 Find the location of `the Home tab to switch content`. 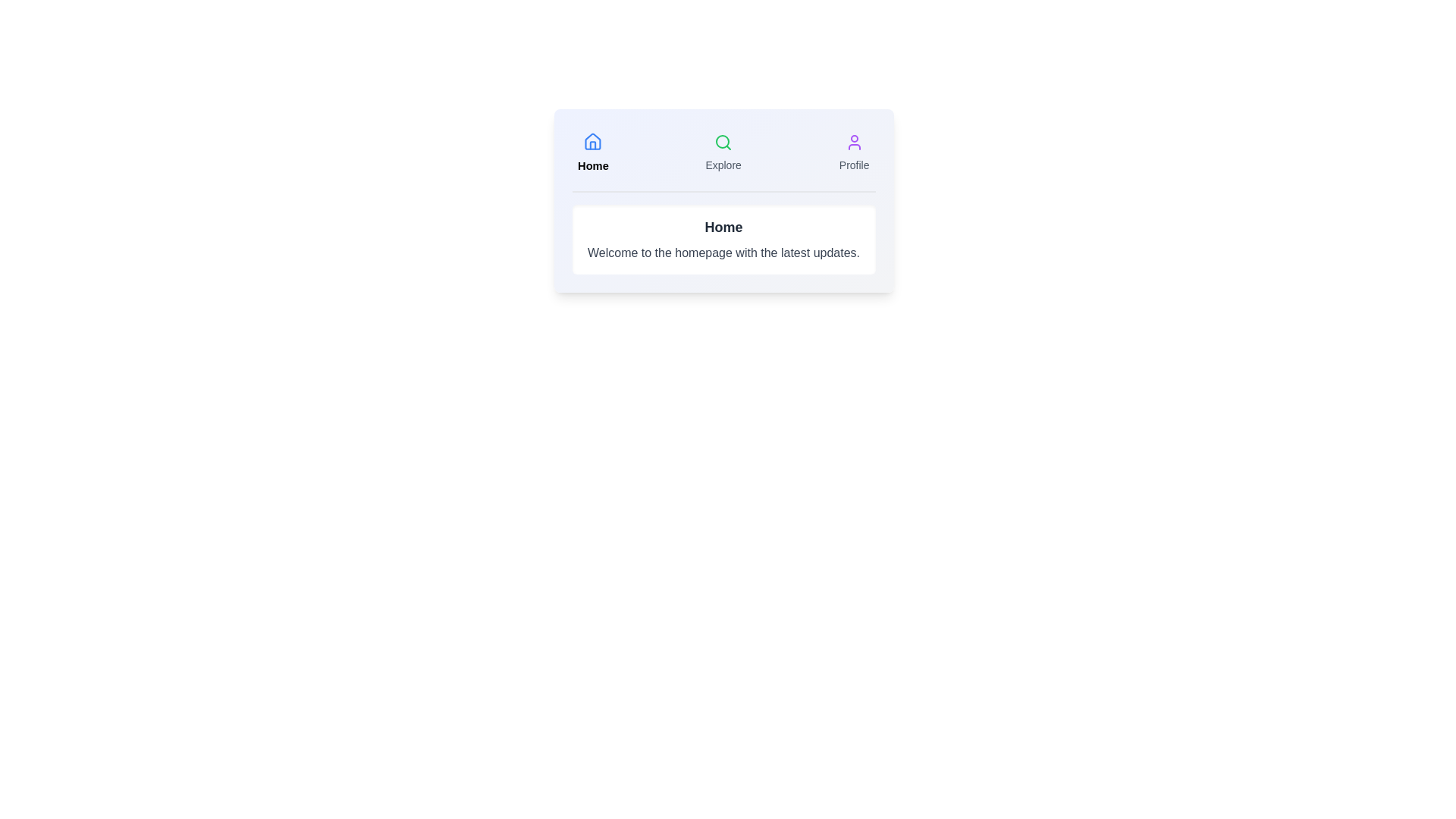

the Home tab to switch content is located at coordinates (592, 152).